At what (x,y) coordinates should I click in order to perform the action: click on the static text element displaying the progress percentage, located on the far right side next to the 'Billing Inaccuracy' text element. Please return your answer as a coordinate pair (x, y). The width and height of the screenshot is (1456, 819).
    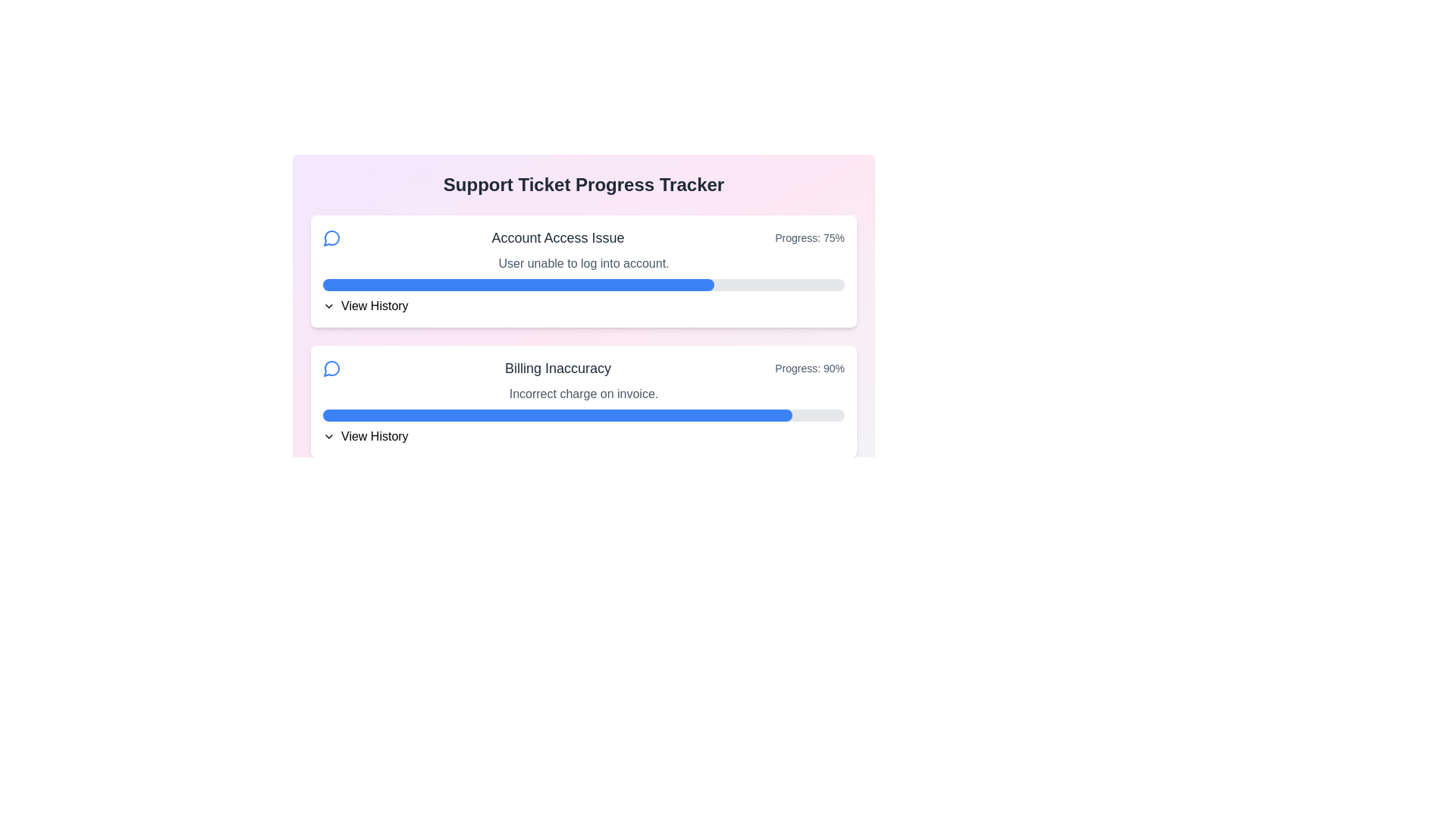
    Looking at the image, I should click on (809, 369).